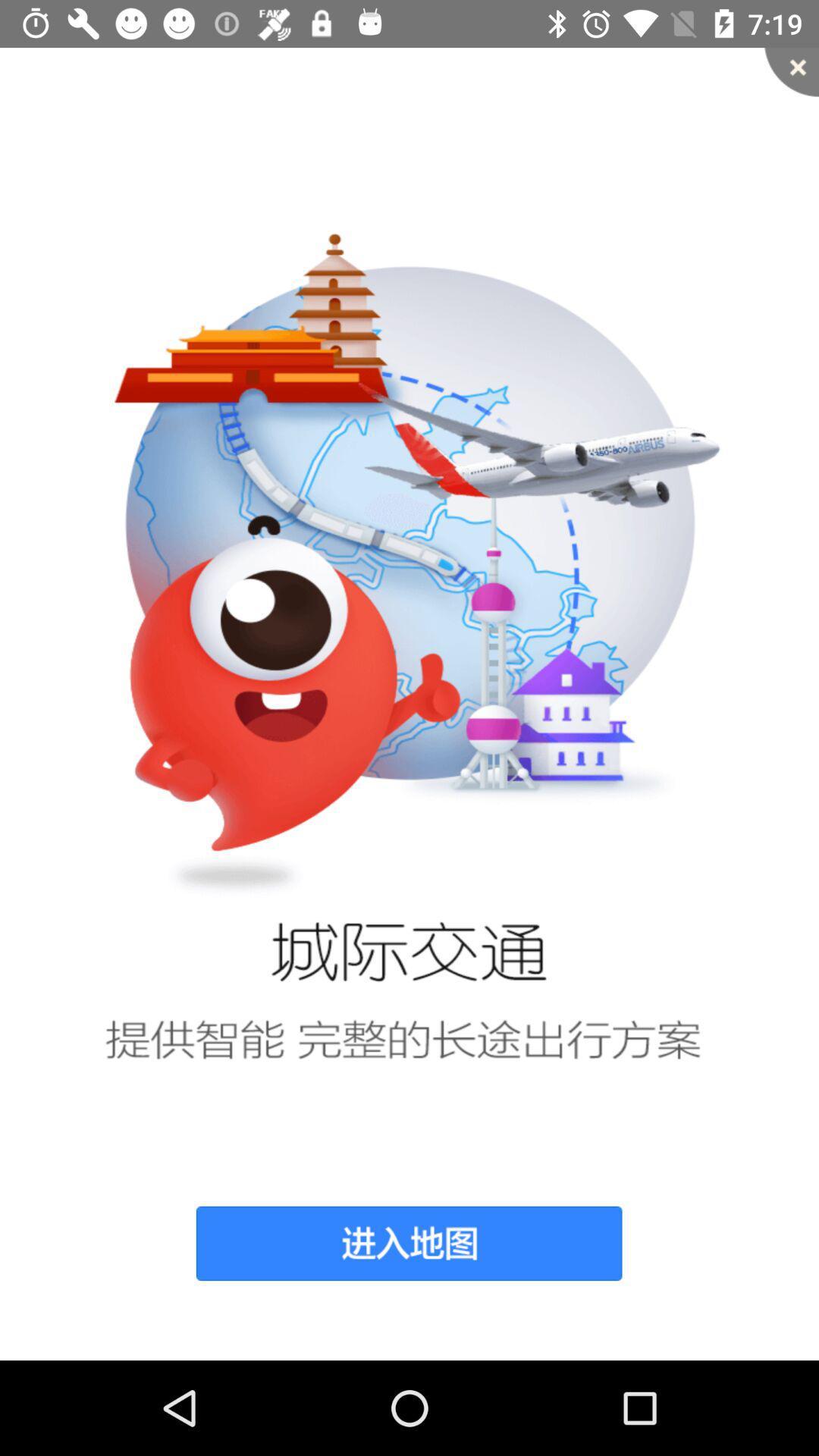 The height and width of the screenshot is (1456, 819). Describe the element at coordinates (791, 71) in the screenshot. I see `close` at that location.